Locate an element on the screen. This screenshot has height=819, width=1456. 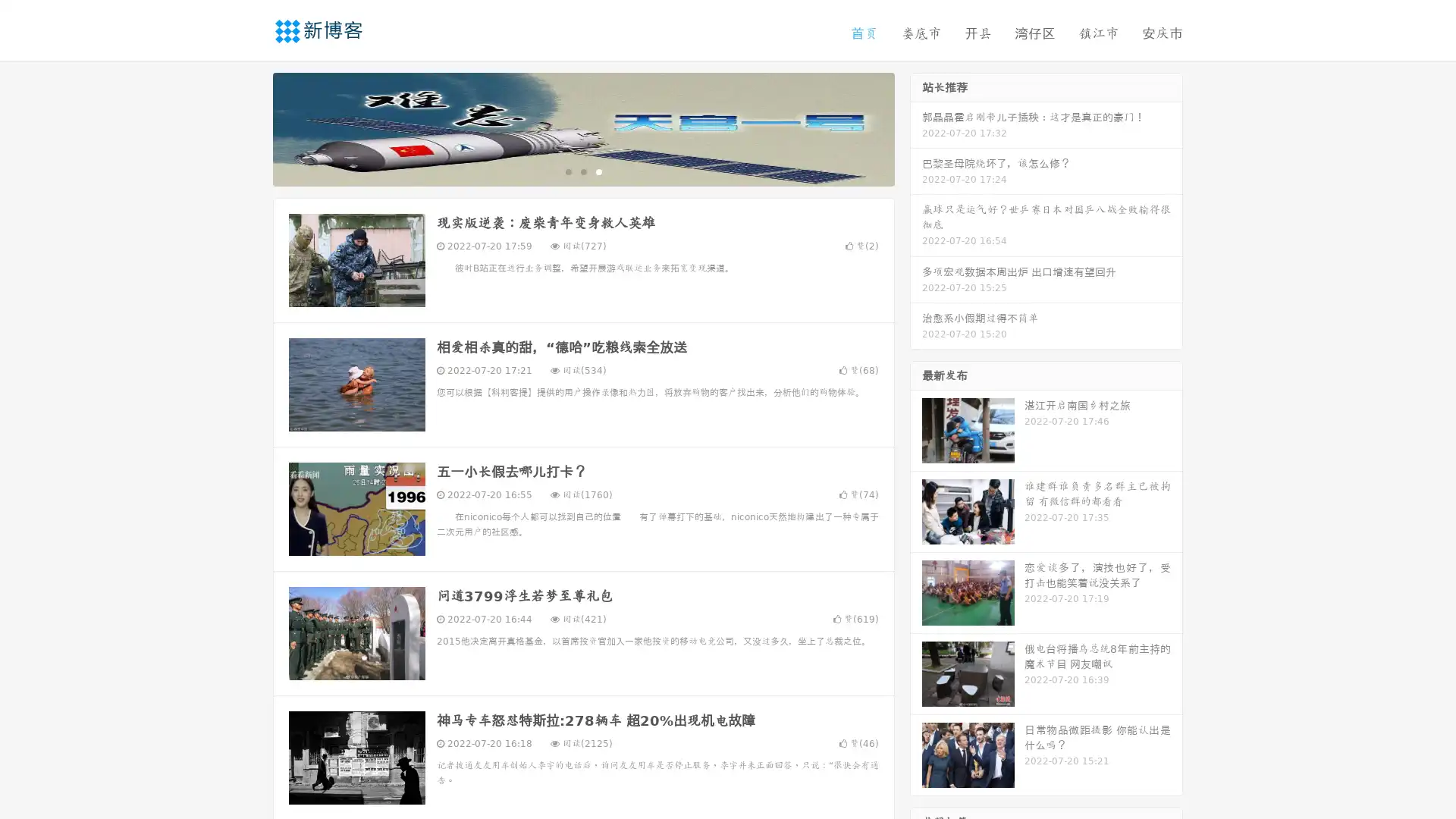
Next slide is located at coordinates (916, 127).